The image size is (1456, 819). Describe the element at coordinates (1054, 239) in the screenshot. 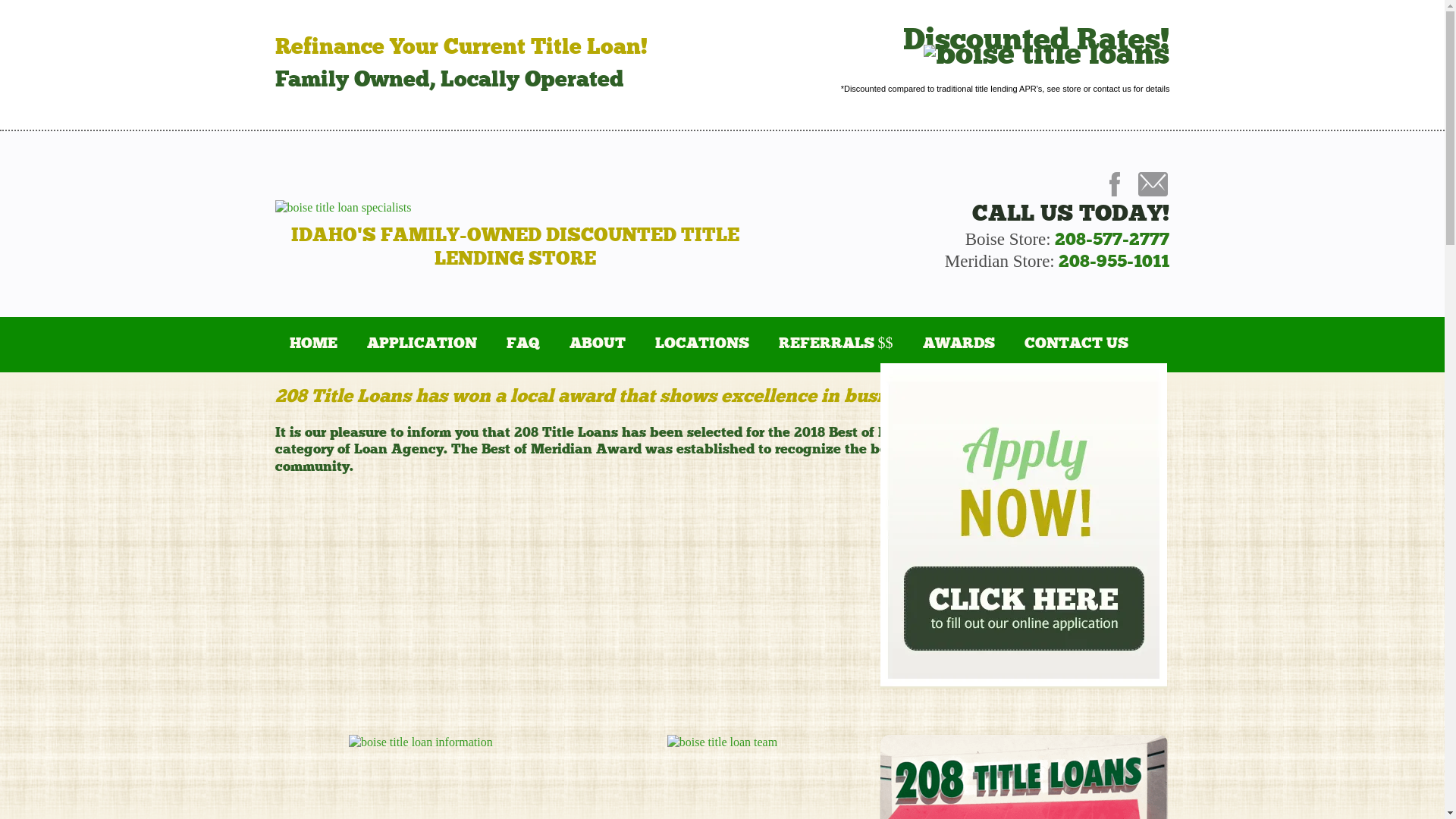

I see `'208-577-2777'` at that location.